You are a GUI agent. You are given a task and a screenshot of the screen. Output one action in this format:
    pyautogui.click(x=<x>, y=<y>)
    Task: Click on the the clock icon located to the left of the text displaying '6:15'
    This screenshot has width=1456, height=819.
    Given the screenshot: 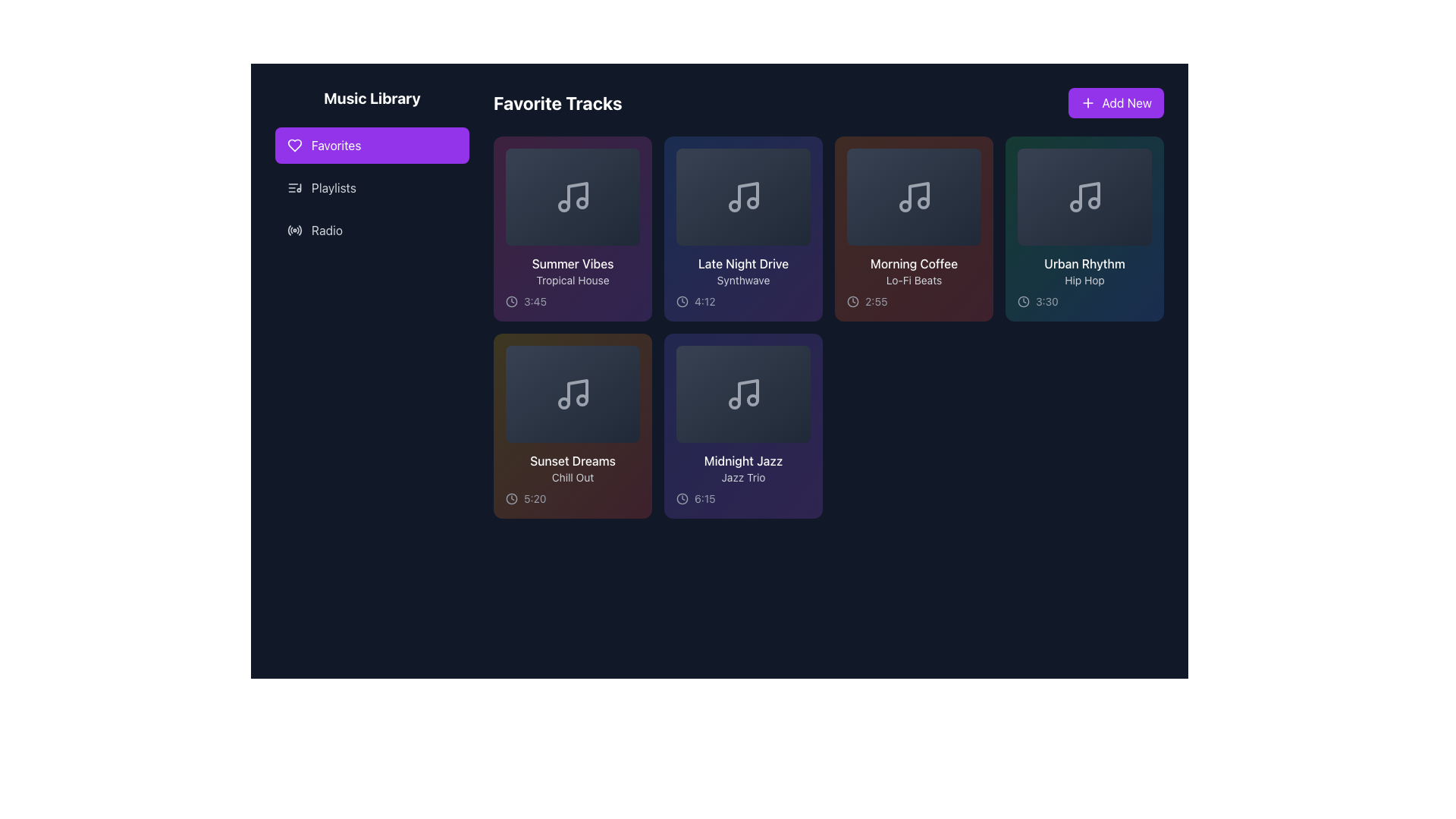 What is the action you would take?
    pyautogui.click(x=682, y=499)
    